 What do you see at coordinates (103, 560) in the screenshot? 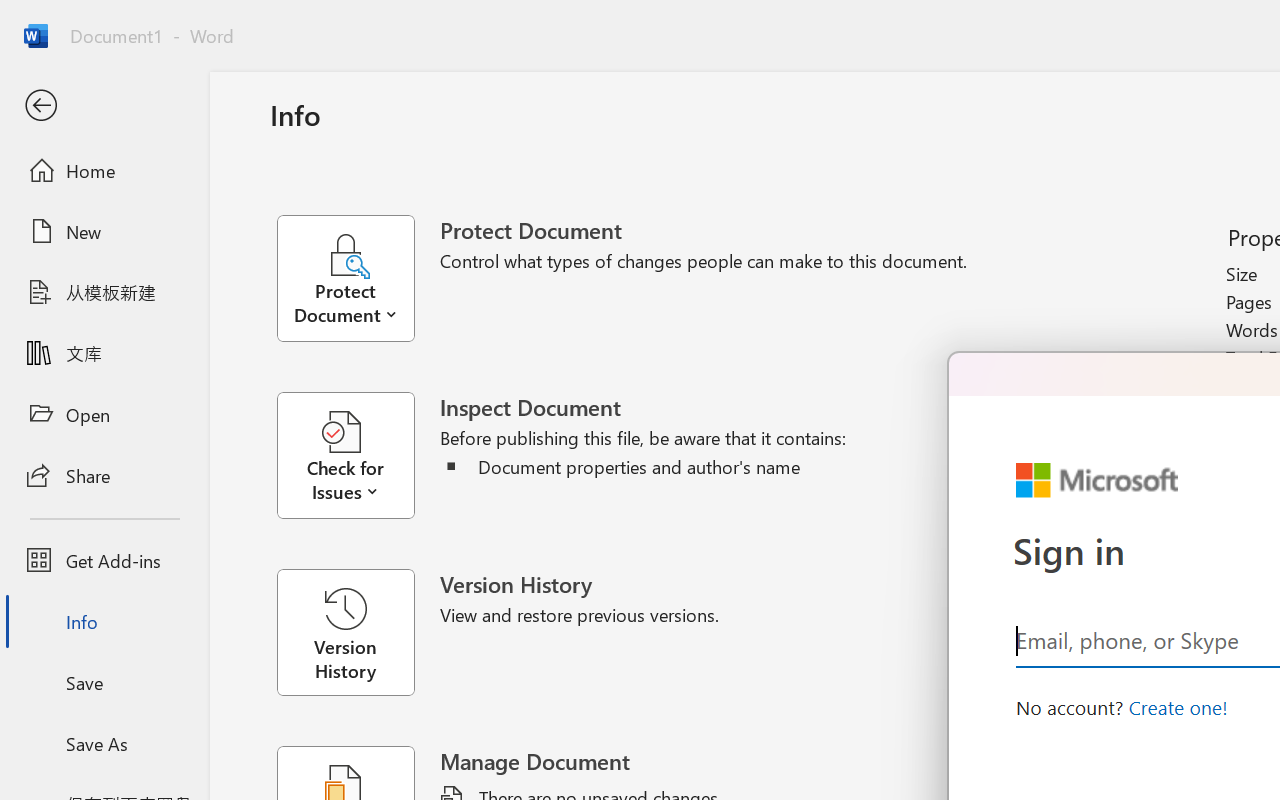
I see `'Get Add-ins'` at bounding box center [103, 560].